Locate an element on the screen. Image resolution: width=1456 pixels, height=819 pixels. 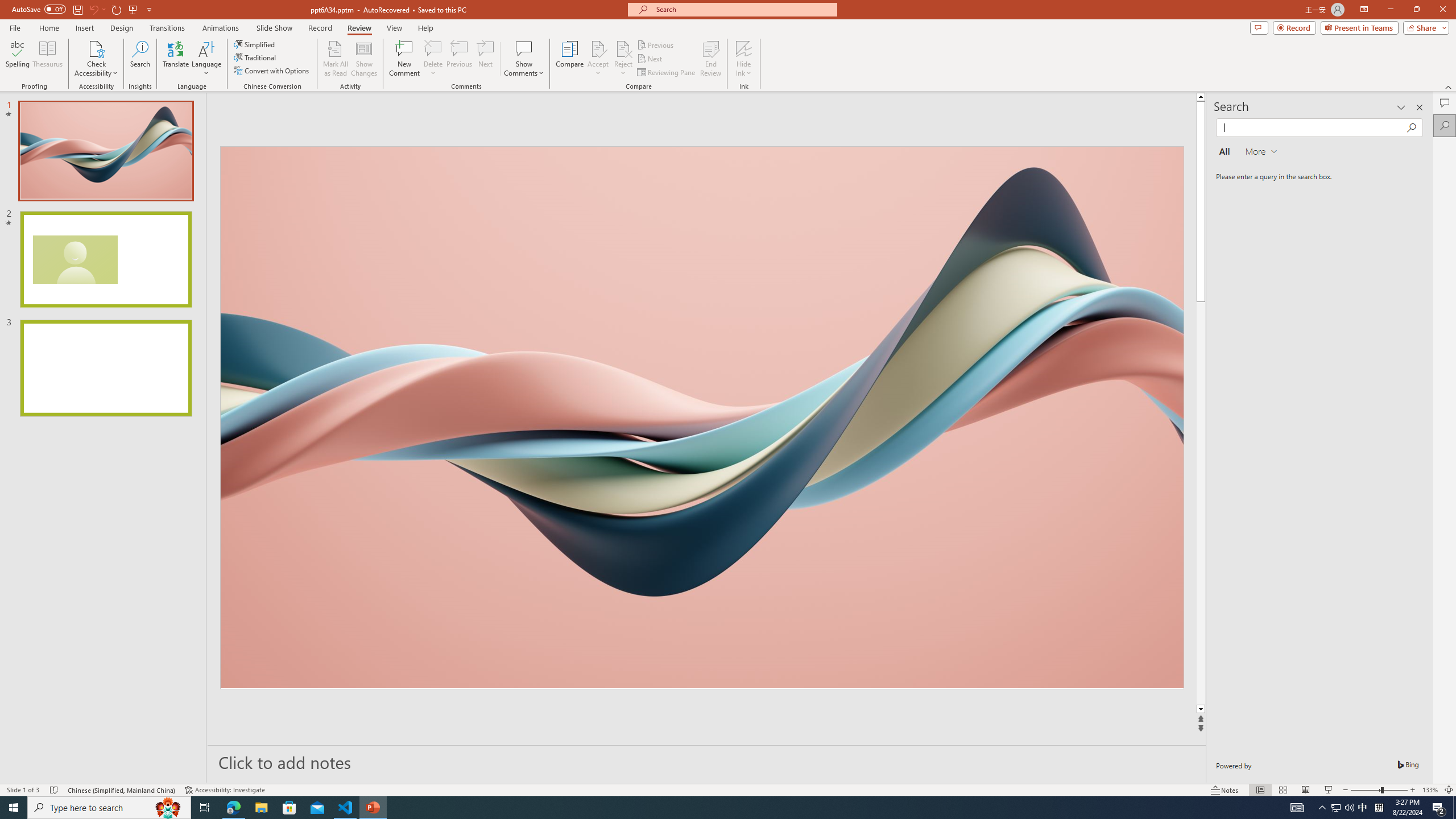
'Accept' is located at coordinates (598, 59).